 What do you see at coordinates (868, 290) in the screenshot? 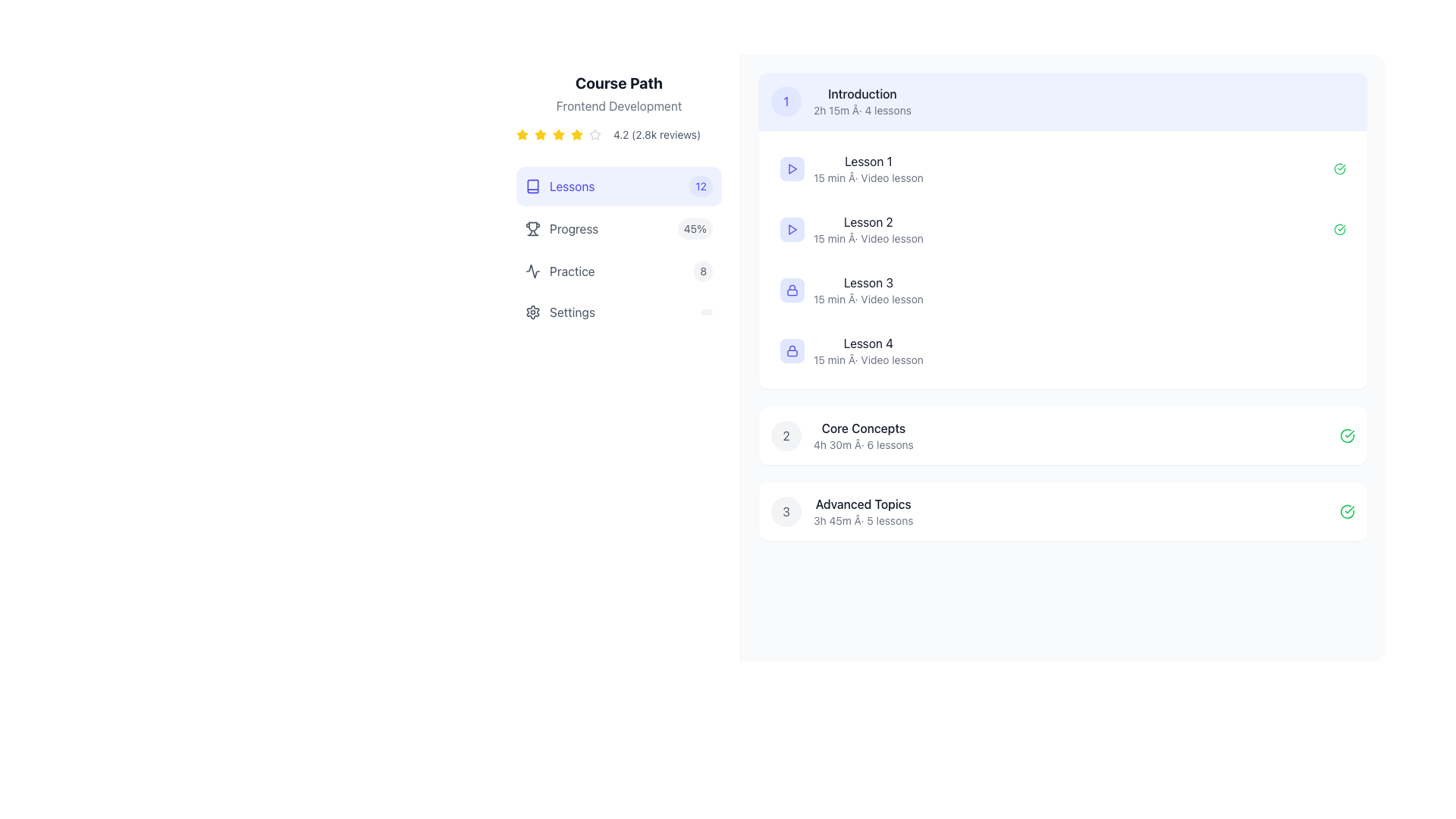
I see `the Text display block containing 'Lesson 3' with the details '15 min Â· Video lesson' in a vertical list of lessons` at bounding box center [868, 290].